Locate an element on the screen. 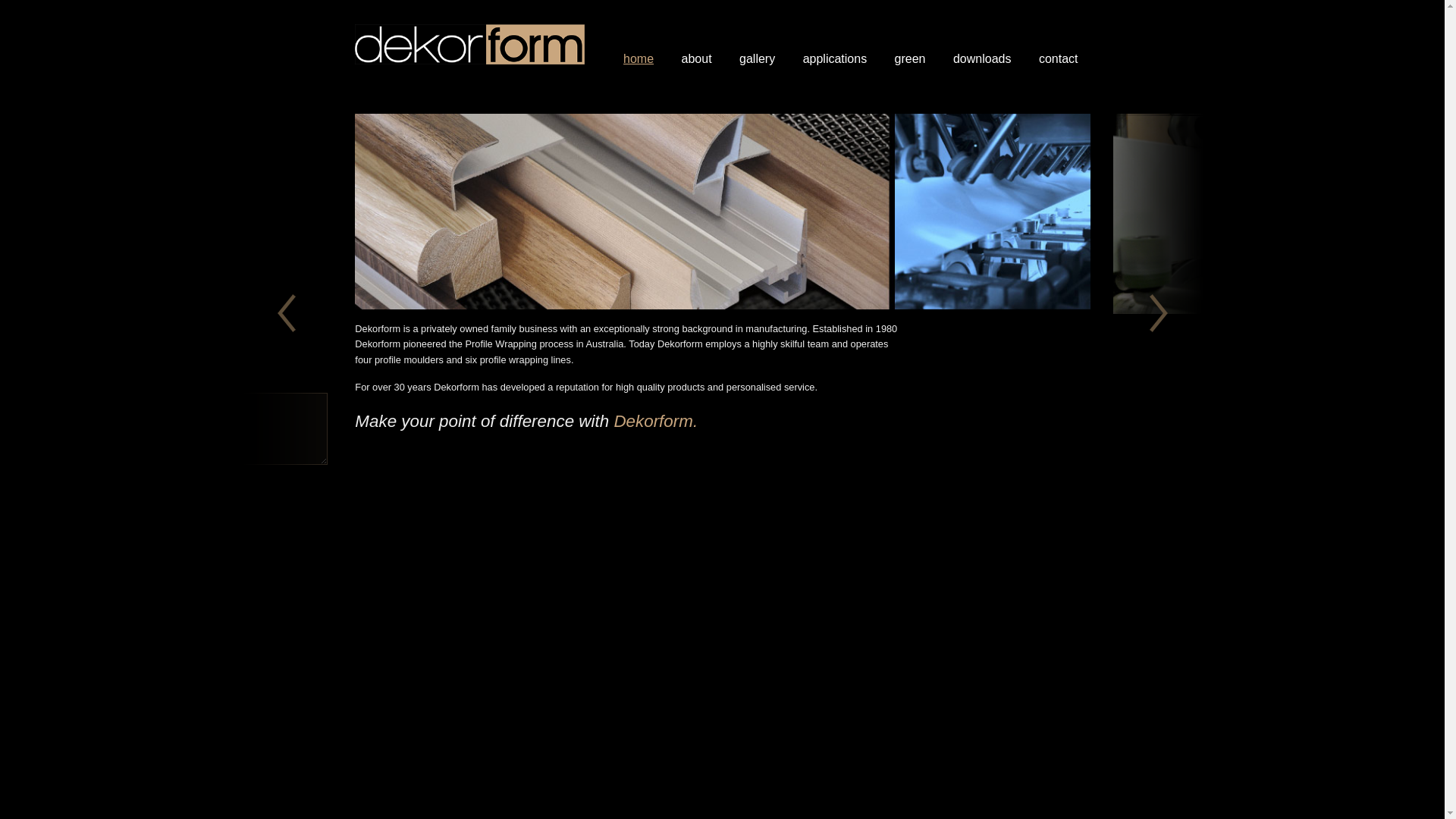 The width and height of the screenshot is (1456, 819). 'applications' is located at coordinates (834, 43).